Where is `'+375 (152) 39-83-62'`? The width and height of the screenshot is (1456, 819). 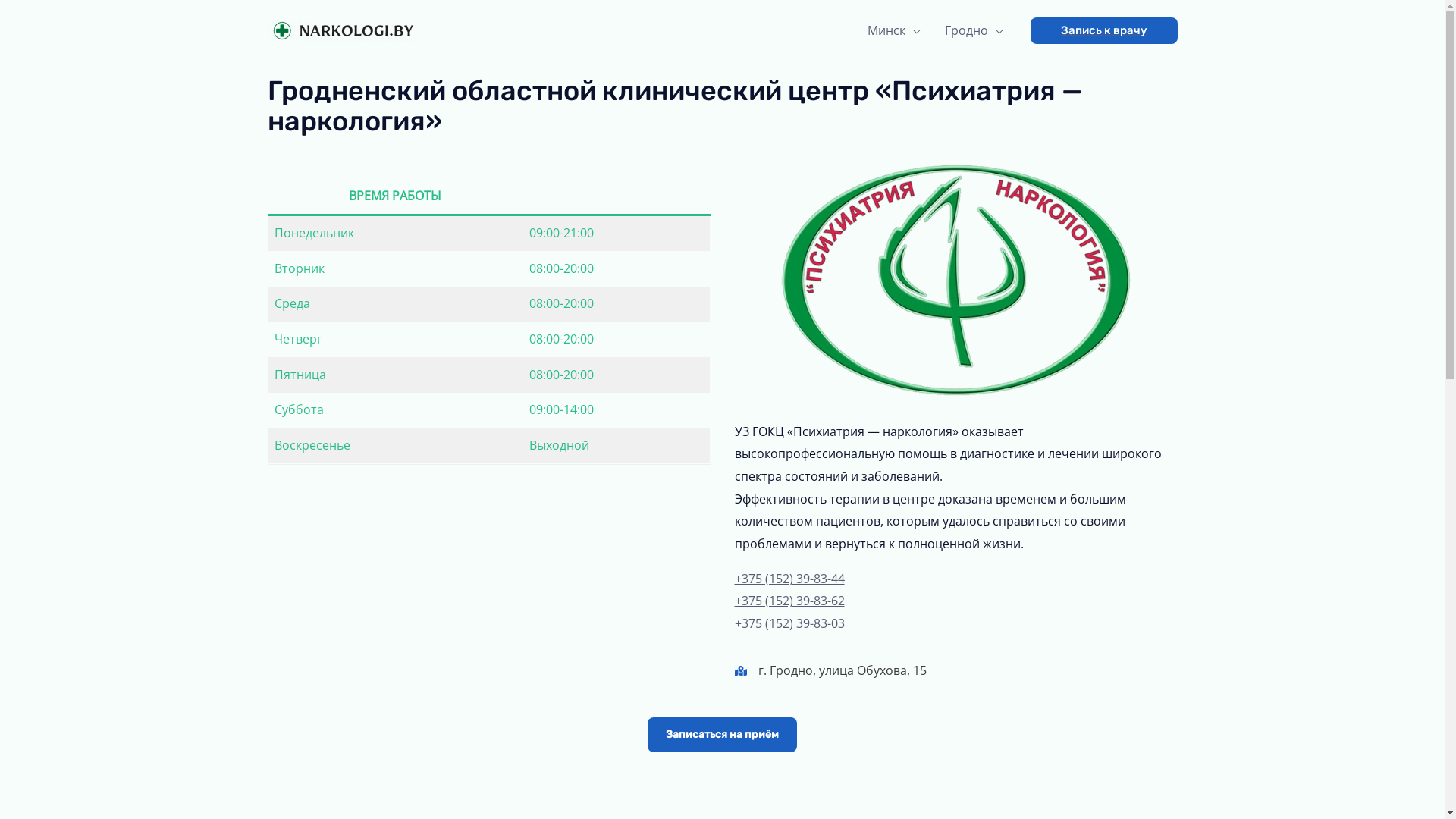 '+375 (152) 39-83-62' is located at coordinates (789, 599).